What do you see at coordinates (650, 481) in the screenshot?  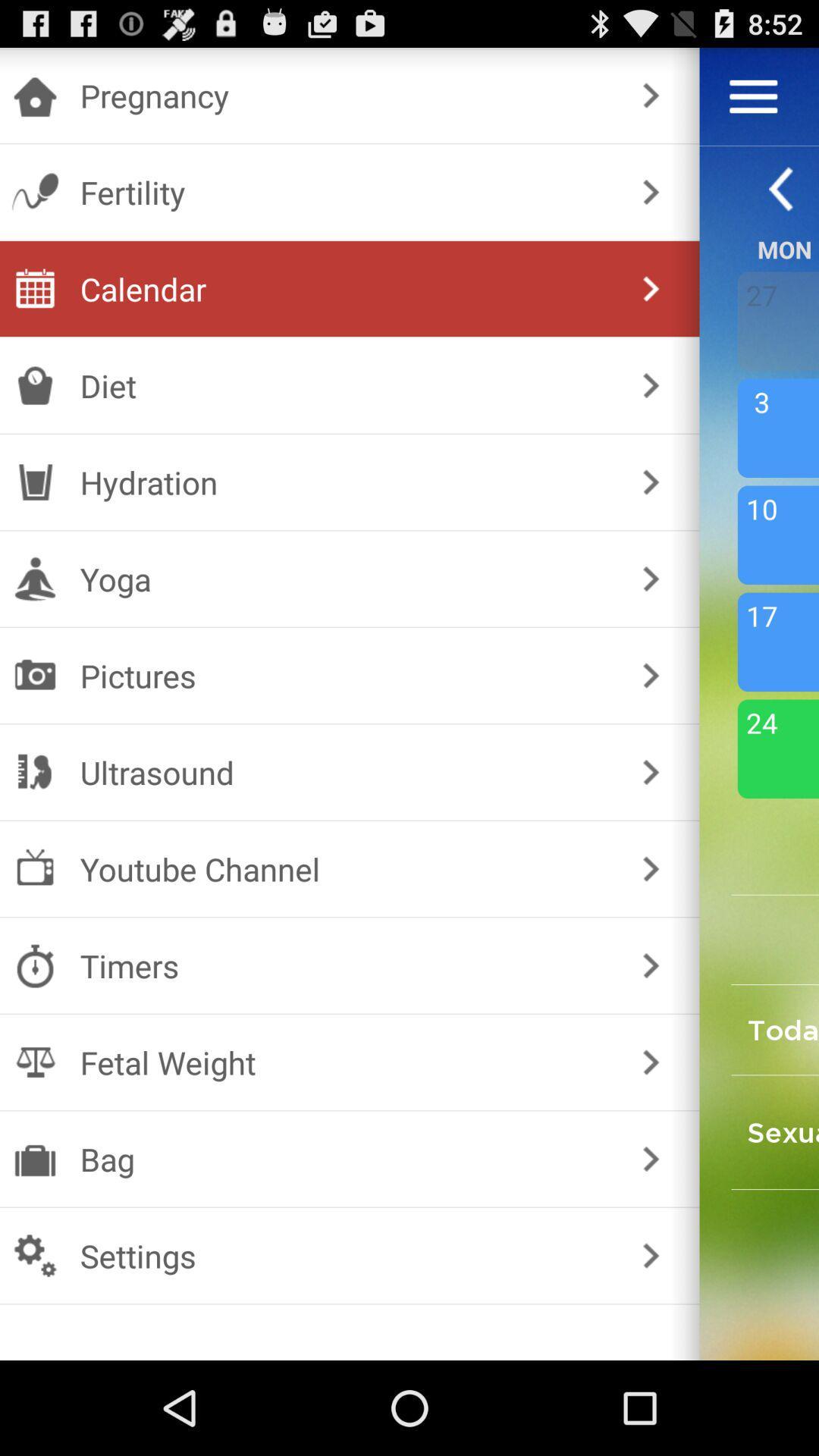 I see `the icon next to the 3` at bounding box center [650, 481].